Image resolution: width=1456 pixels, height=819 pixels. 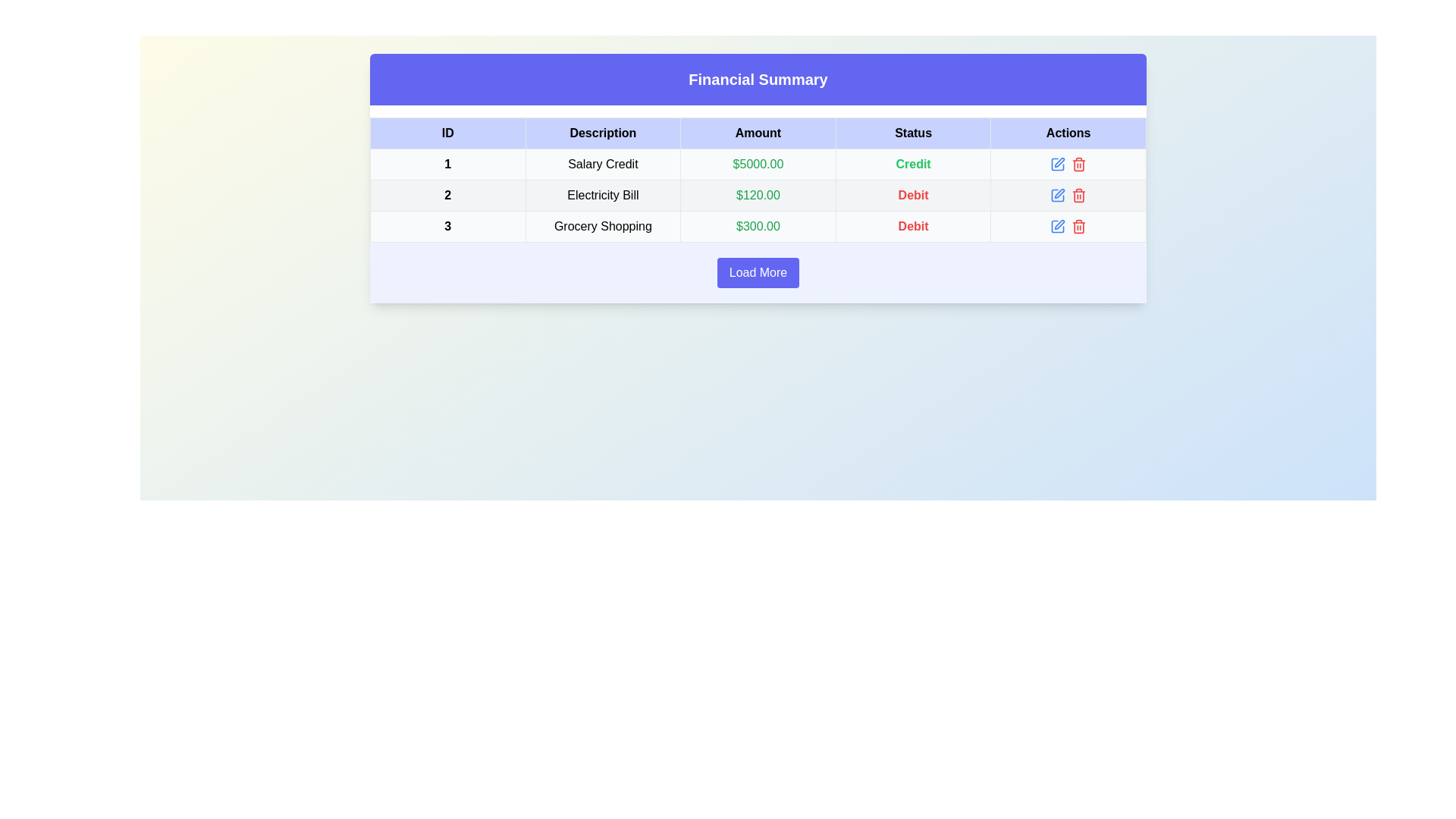 I want to click on the trash can icon located in the 'Actions' column of the table, specifically aligned to the right of the third row for the 'Grocery Shopping' entry, so click(x=1078, y=196).